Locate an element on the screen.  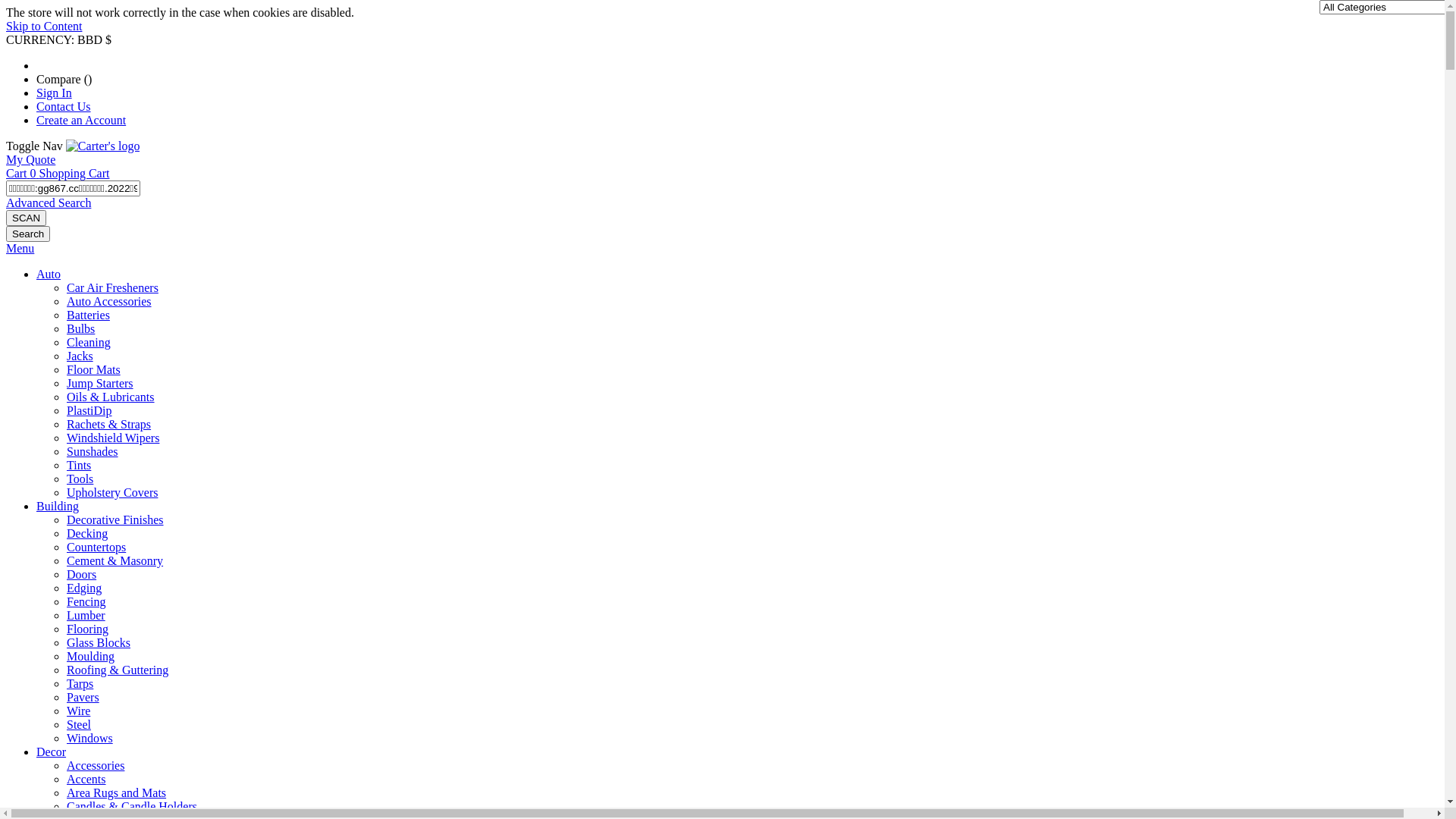
'My Quote' is located at coordinates (30, 159).